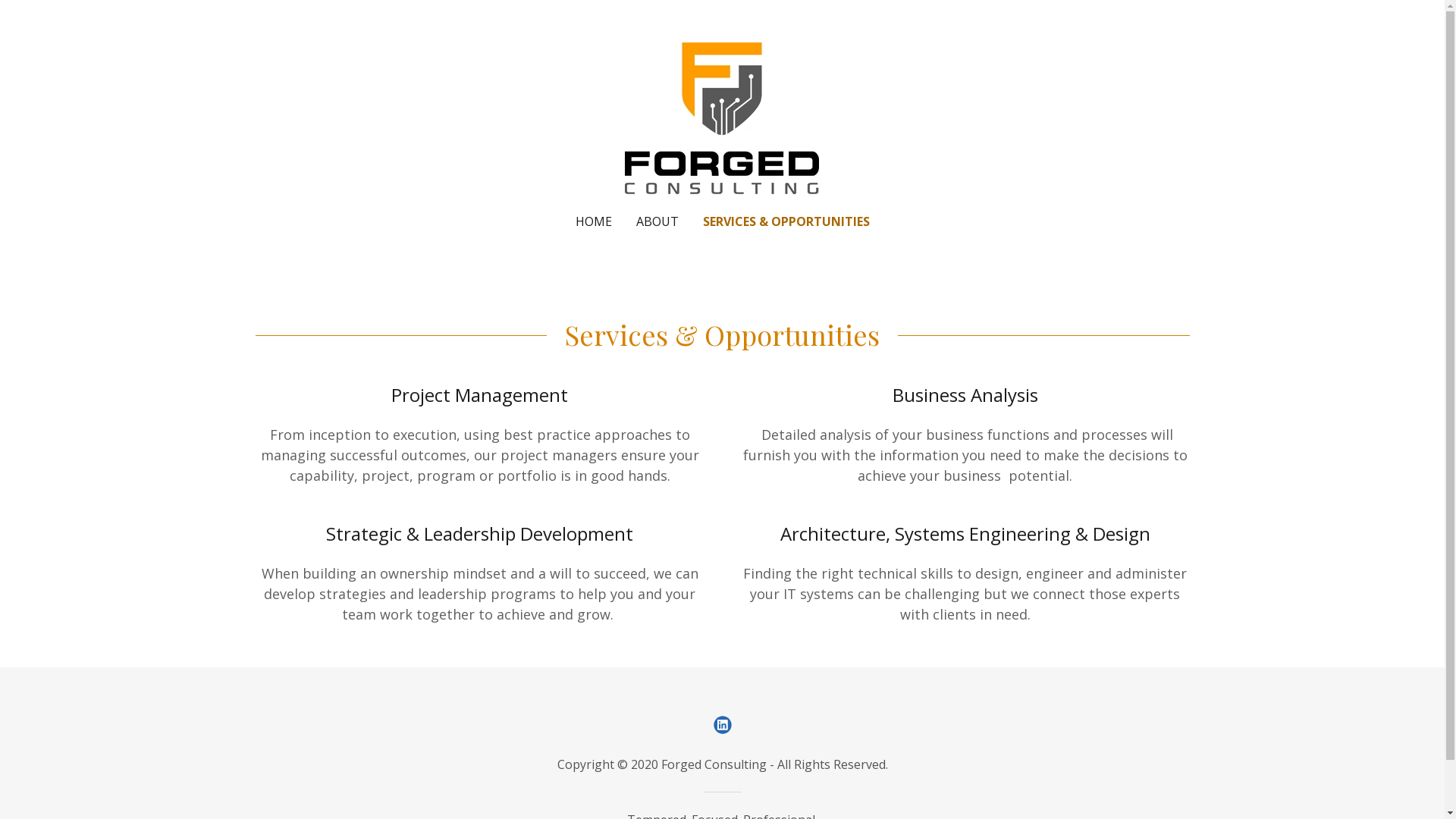  I want to click on 'SERVICES & OPPORTUNITIES', so click(786, 221).